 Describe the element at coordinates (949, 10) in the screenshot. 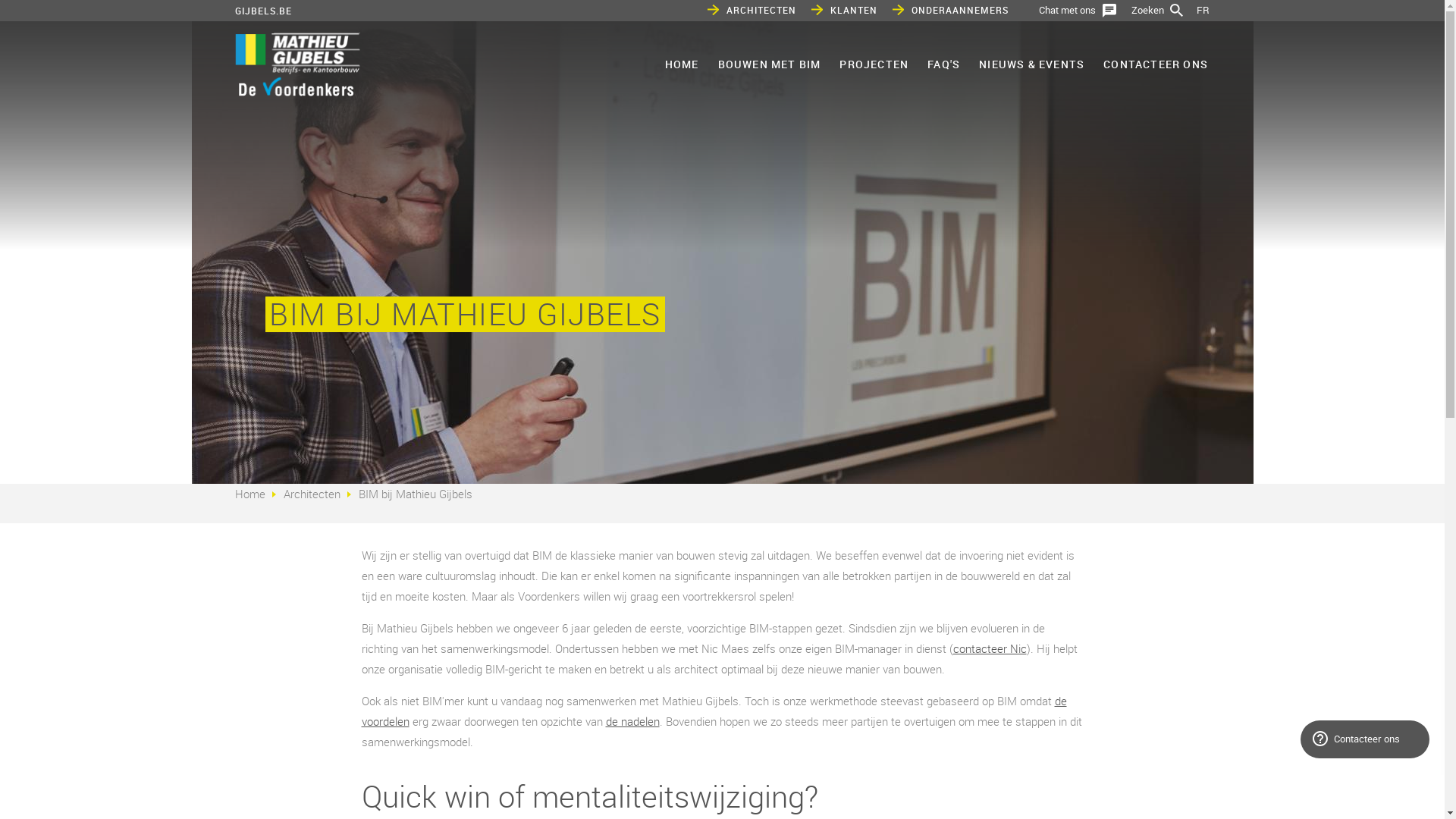

I see `'ONDERAANNEMERS'` at that location.